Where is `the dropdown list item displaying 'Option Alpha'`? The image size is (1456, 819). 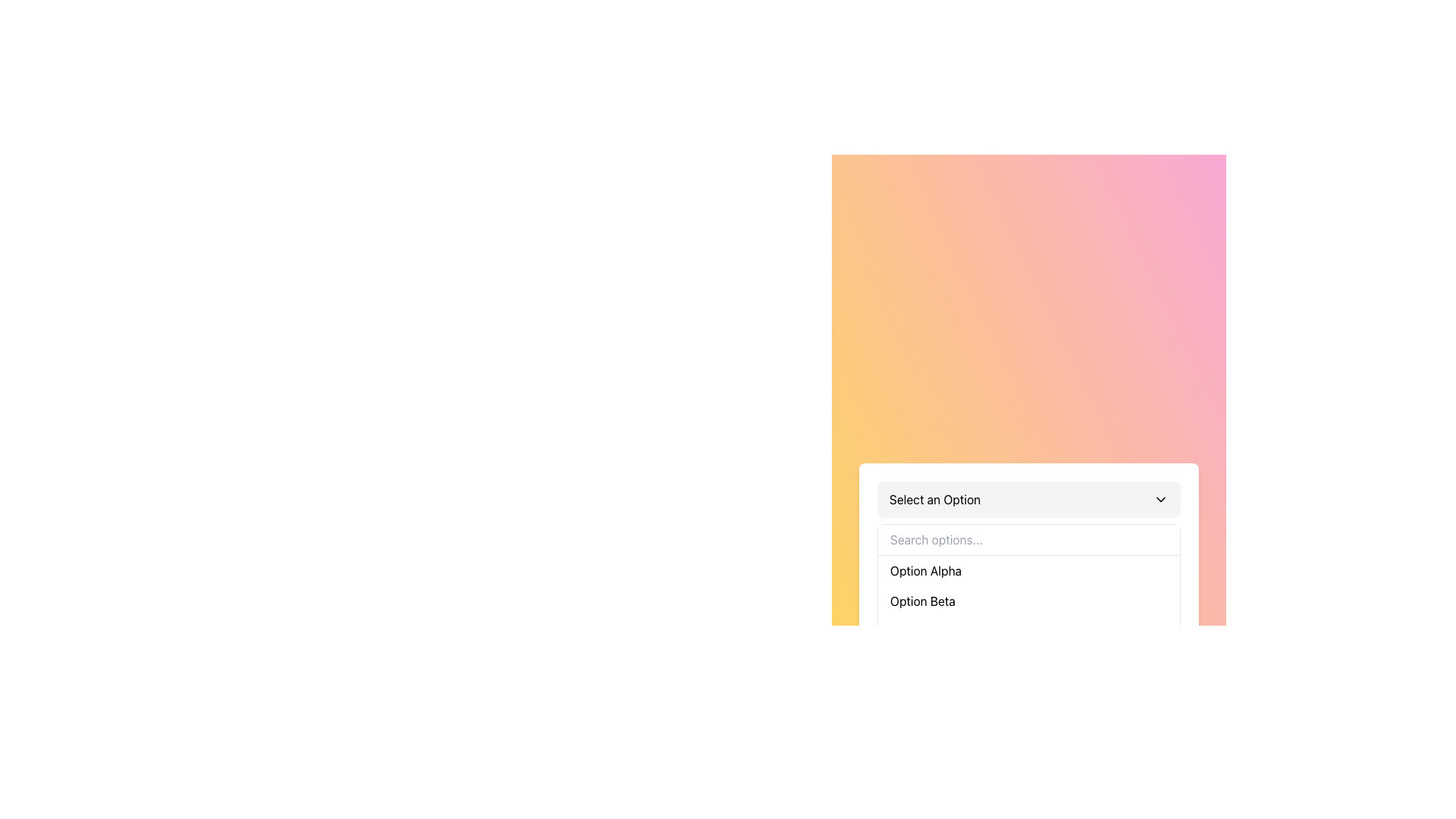
the dropdown list item displaying 'Option Alpha' is located at coordinates (1029, 570).